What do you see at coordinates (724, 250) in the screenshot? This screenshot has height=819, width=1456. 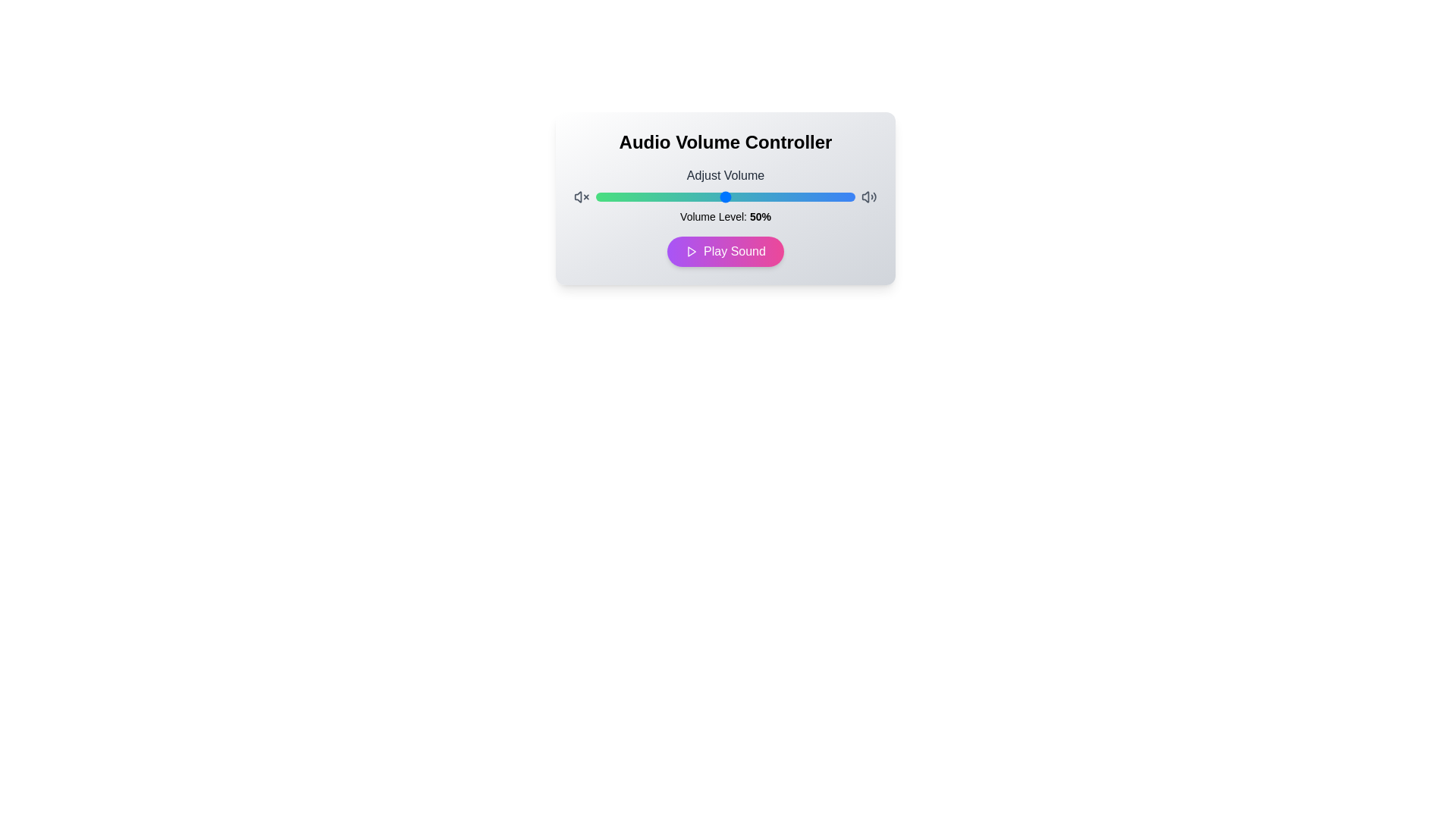 I see `the 'Play Sound' button to play the sound at the current volume level` at bounding box center [724, 250].